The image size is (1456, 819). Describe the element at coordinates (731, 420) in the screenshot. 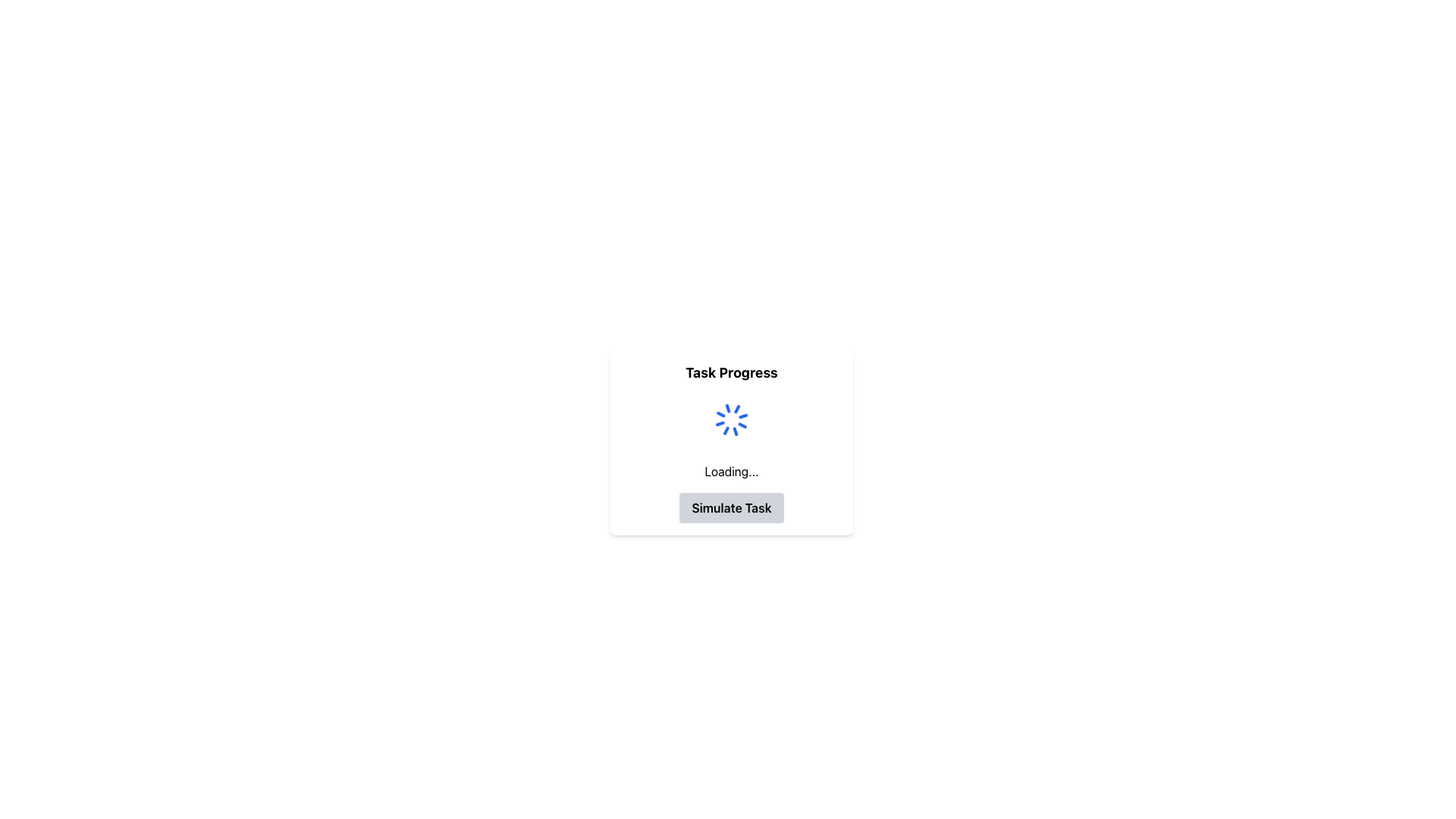

I see `the Animated Loader Icon, which is a spinning blue loader centered within the 'Task Progress' card, positioned above the 'Loading...' text` at that location.